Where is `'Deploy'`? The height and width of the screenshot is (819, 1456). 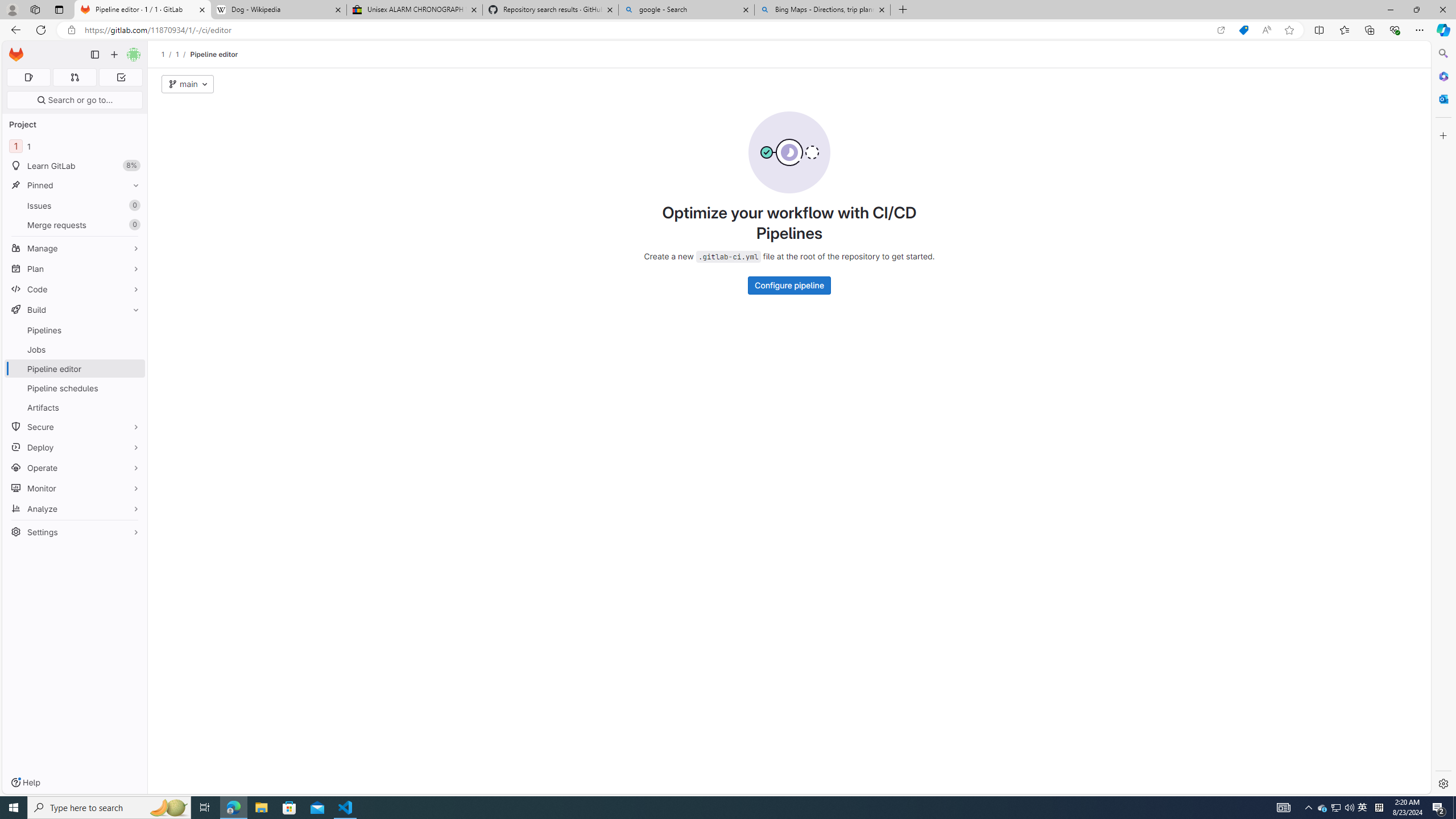
'Deploy' is located at coordinates (74, 446).